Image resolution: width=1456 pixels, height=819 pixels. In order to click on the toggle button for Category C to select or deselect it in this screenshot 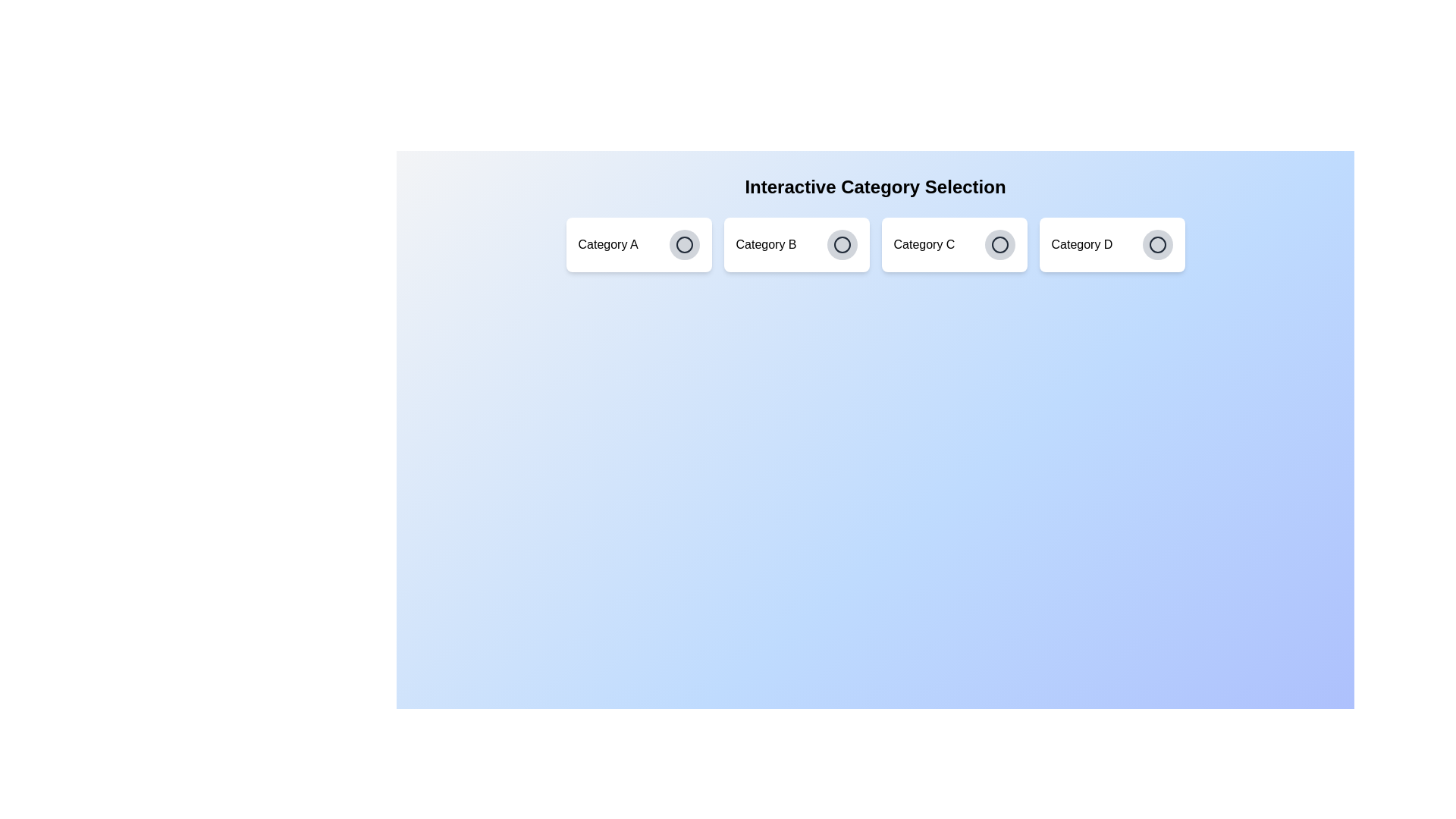, I will do `click(999, 244)`.